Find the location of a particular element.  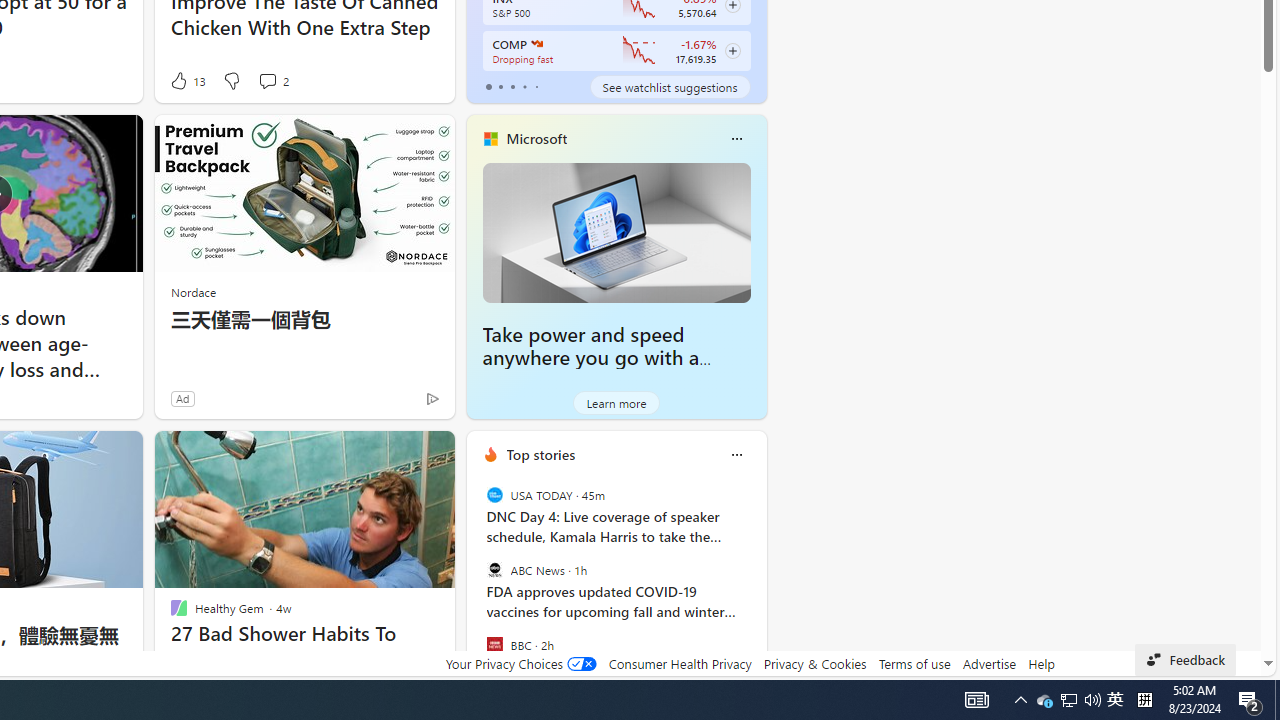

'tab-3' is located at coordinates (524, 86).